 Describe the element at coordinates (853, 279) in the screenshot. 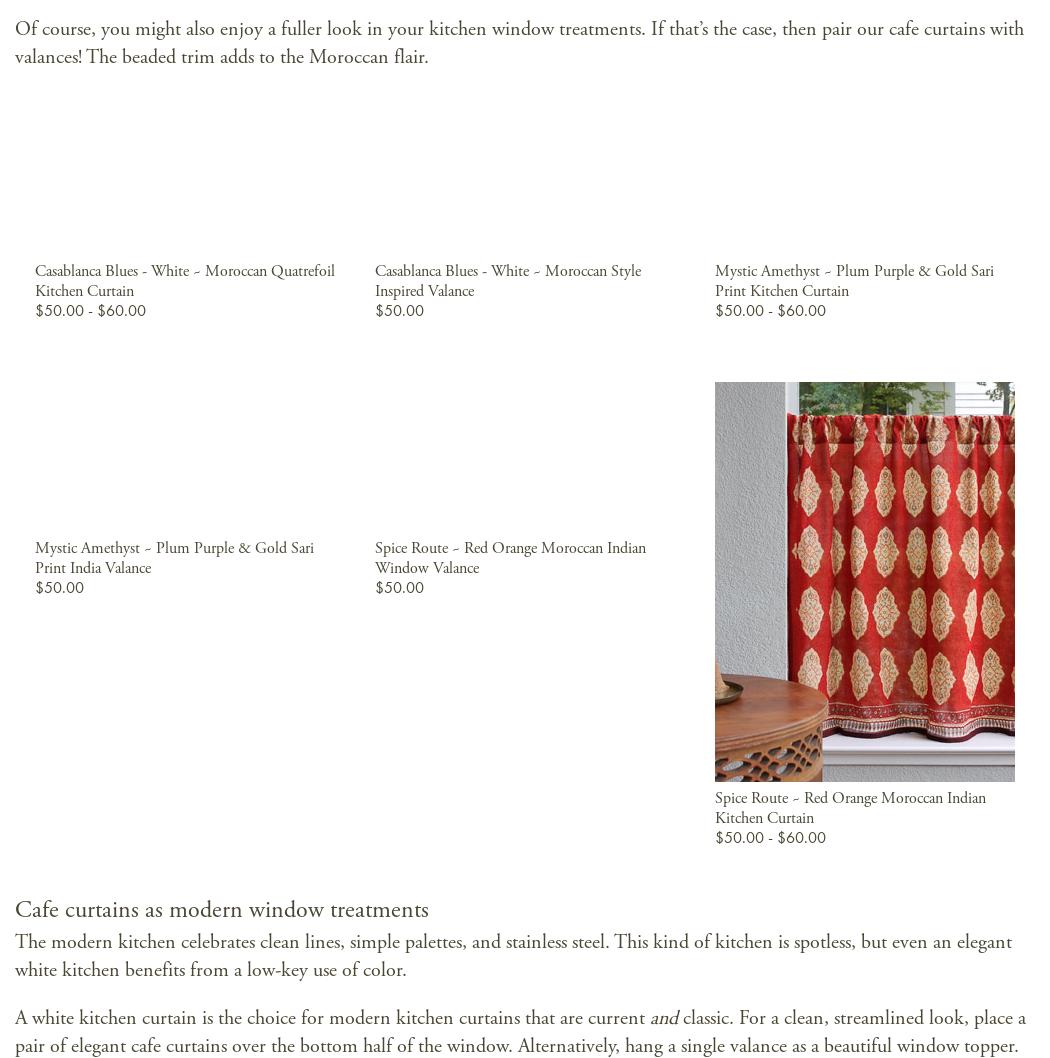

I see `'Mystic Amethyst ~ Plum Purple & Gold Sari Print Kitchen Curtain'` at that location.